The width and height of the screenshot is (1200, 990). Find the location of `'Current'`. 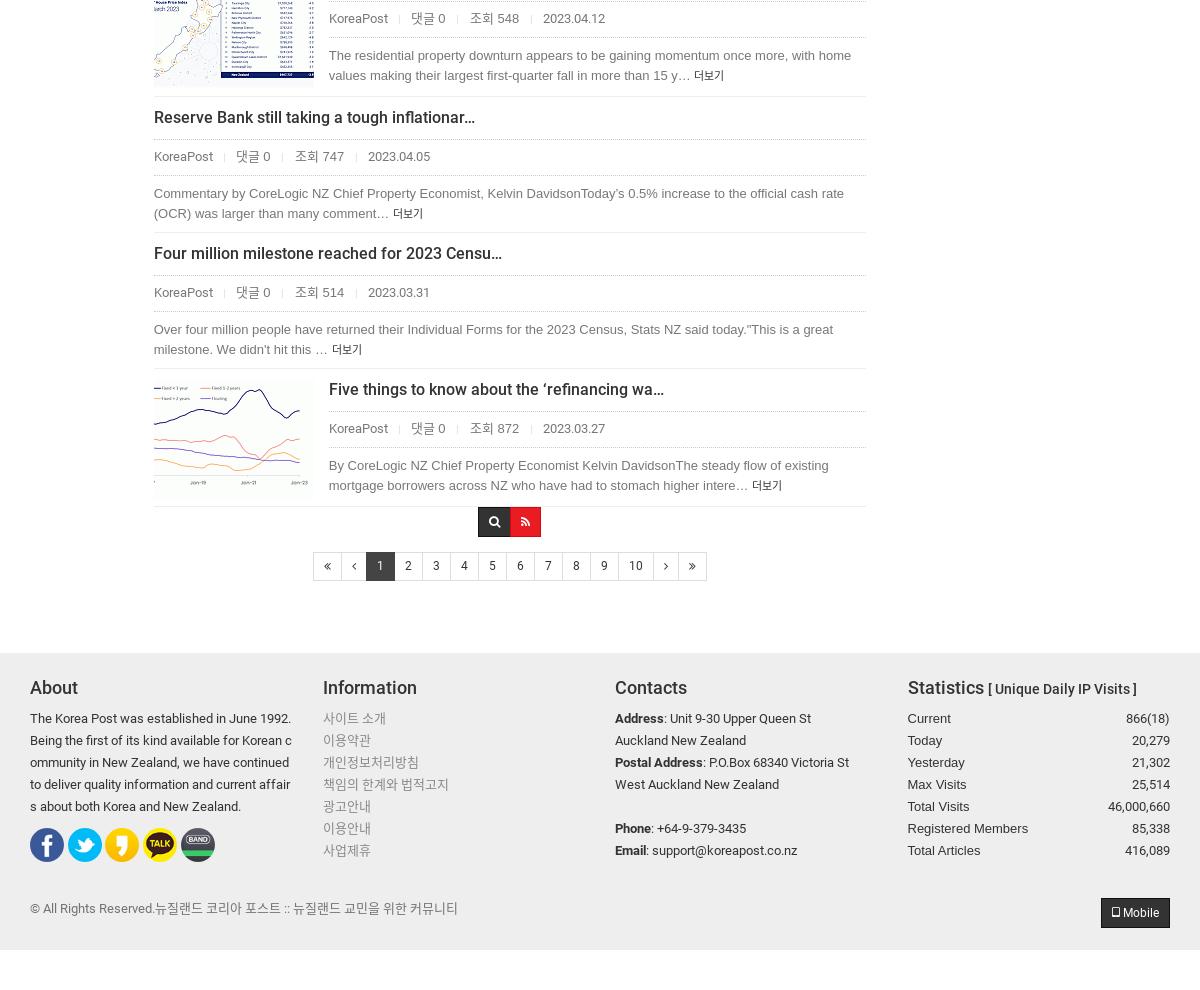

'Current' is located at coordinates (928, 716).